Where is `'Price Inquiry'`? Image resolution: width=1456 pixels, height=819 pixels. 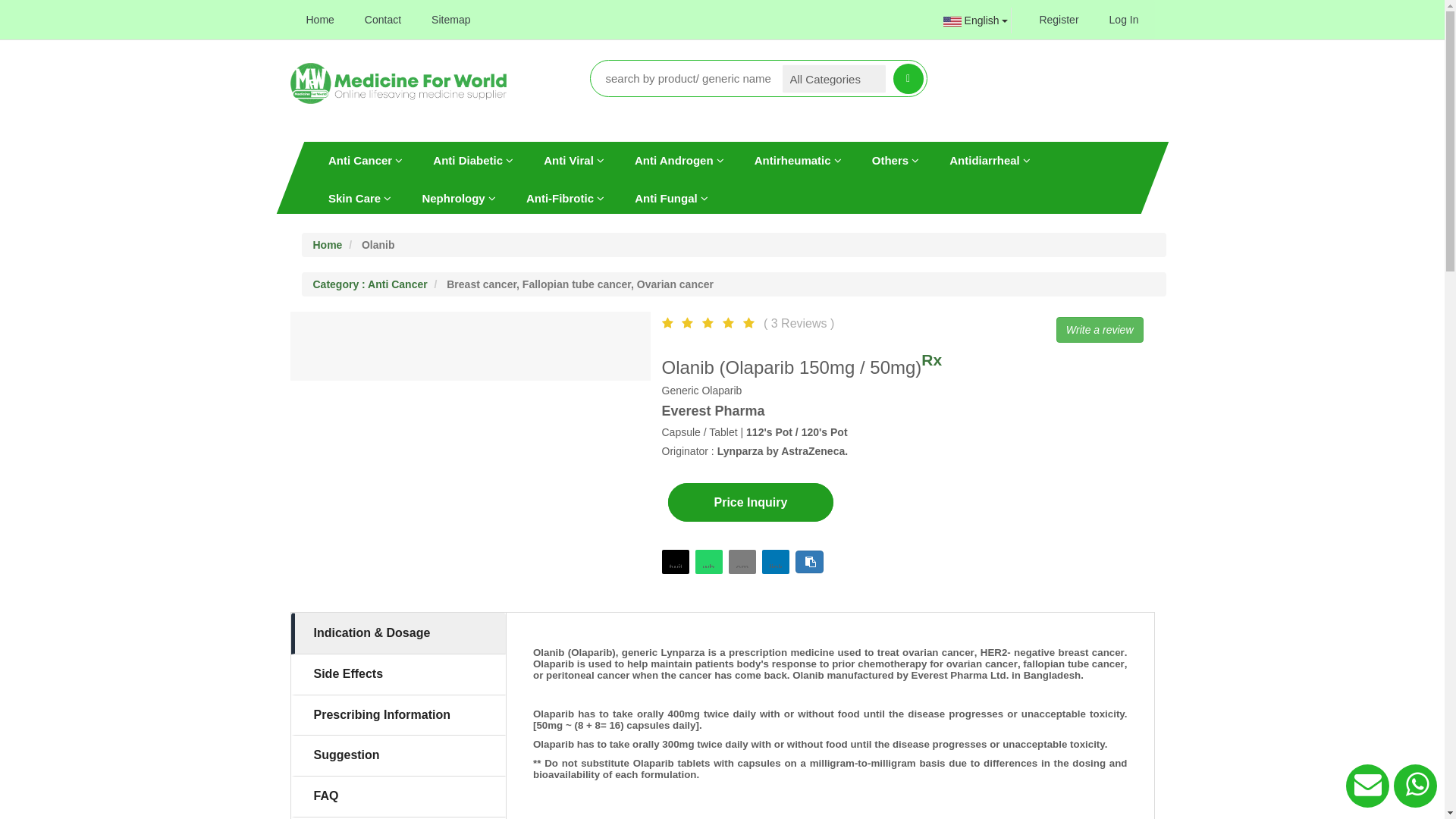
'Price Inquiry' is located at coordinates (667, 502).